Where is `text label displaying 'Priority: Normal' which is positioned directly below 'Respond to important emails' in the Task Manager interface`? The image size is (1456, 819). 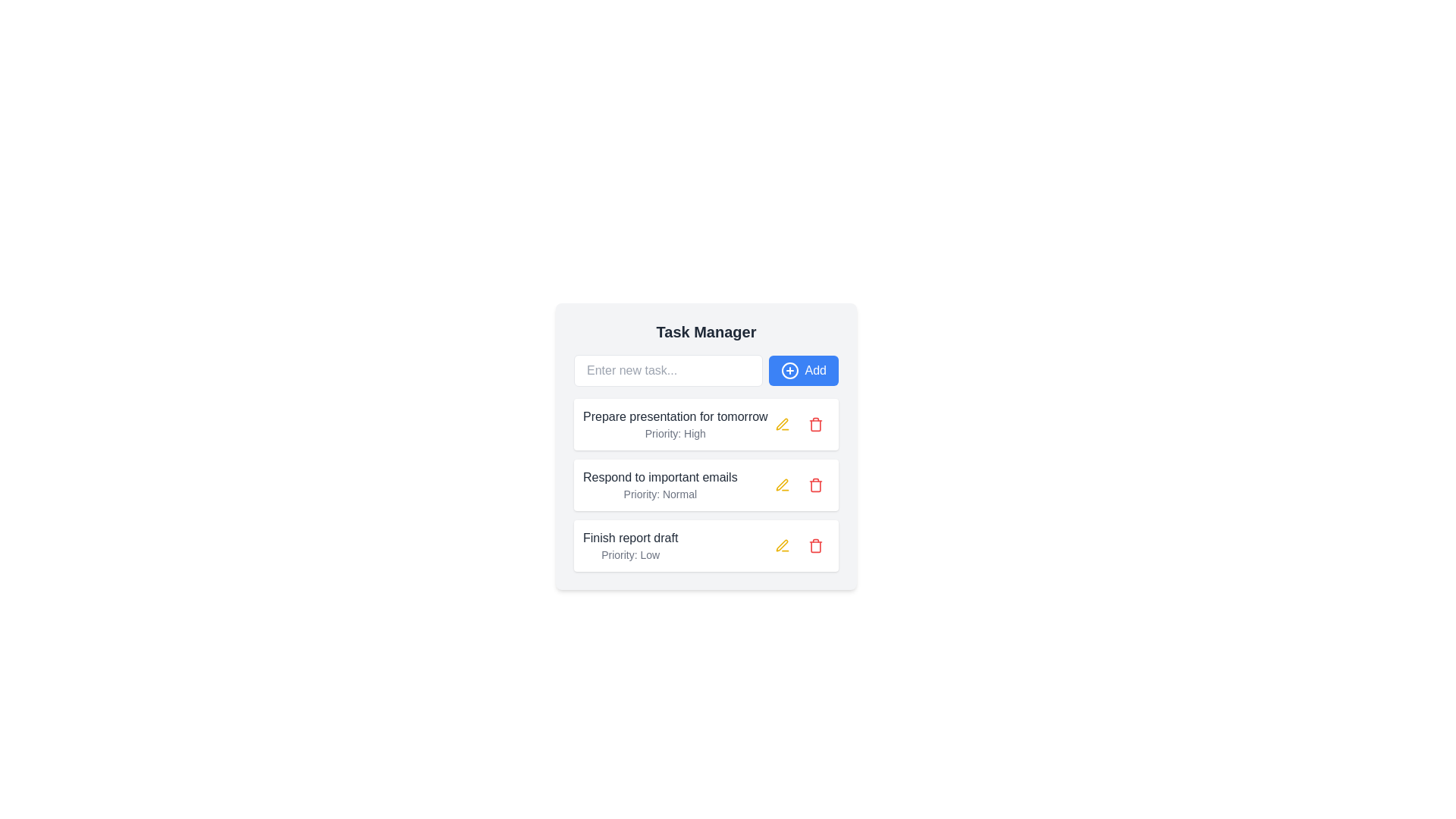 text label displaying 'Priority: Normal' which is positioned directly below 'Respond to important emails' in the Task Manager interface is located at coordinates (660, 494).